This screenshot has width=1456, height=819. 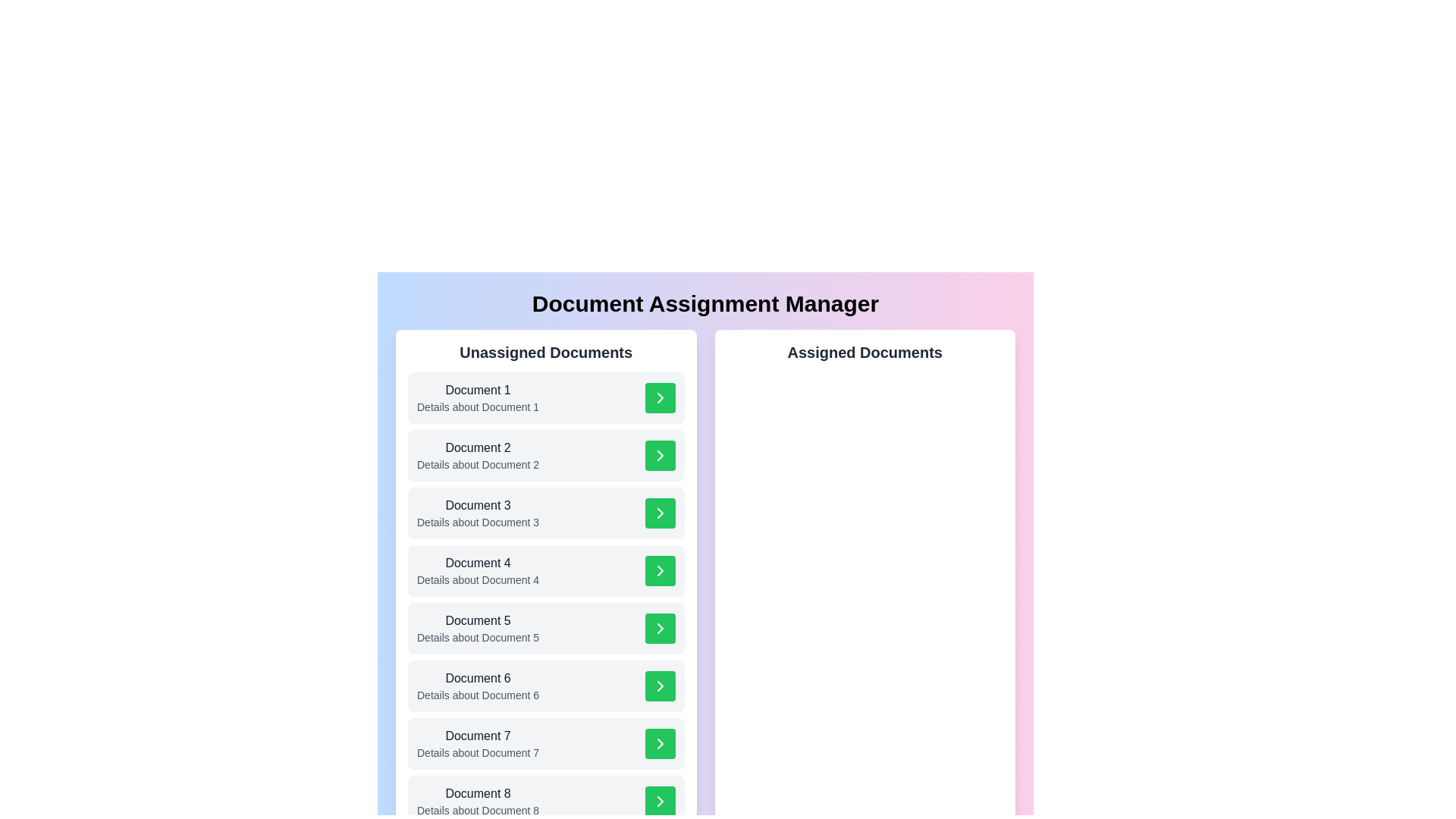 I want to click on the label displaying 'Document 3' in the 'Unassigned Documents' section, which is the third item in the list, so click(x=477, y=506).